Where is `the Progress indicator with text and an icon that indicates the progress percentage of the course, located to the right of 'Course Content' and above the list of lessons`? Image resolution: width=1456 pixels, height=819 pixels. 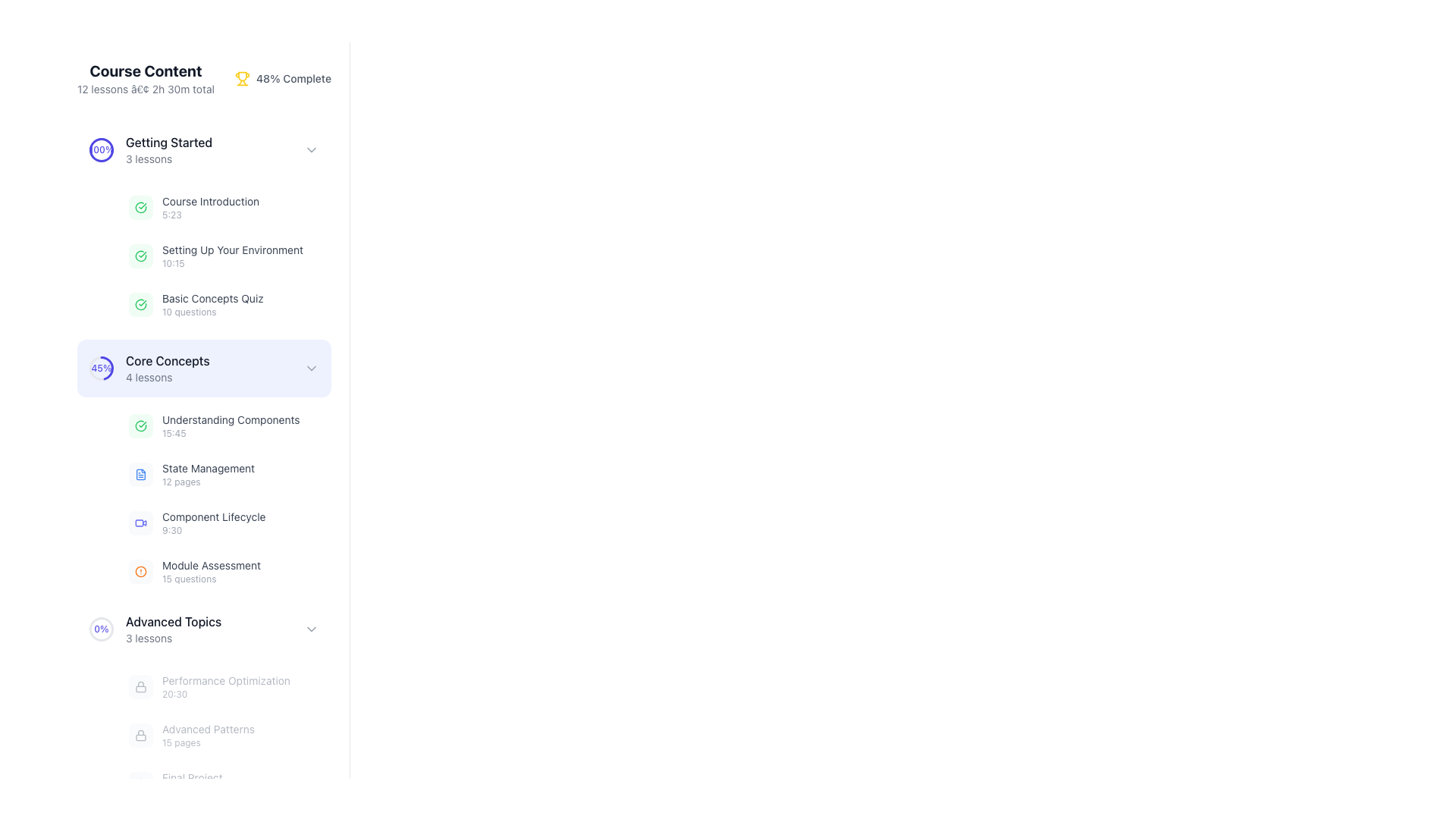 the Progress indicator with text and an icon that indicates the progress percentage of the course, located to the right of 'Course Content' and above the list of lessons is located at coordinates (283, 79).